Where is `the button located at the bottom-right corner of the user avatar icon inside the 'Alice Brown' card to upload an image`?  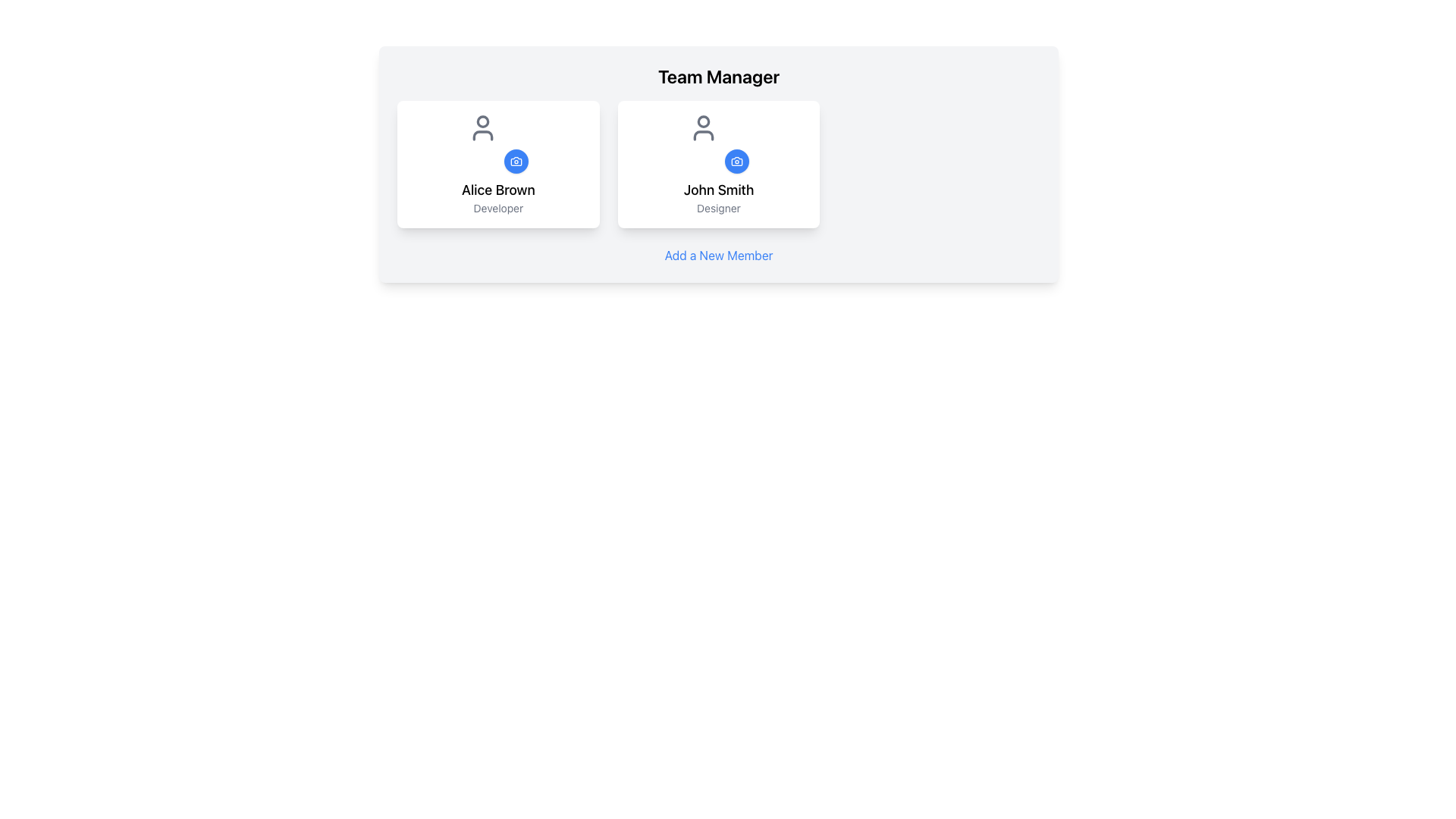
the button located at the bottom-right corner of the user avatar icon inside the 'Alice Brown' card to upload an image is located at coordinates (498, 143).